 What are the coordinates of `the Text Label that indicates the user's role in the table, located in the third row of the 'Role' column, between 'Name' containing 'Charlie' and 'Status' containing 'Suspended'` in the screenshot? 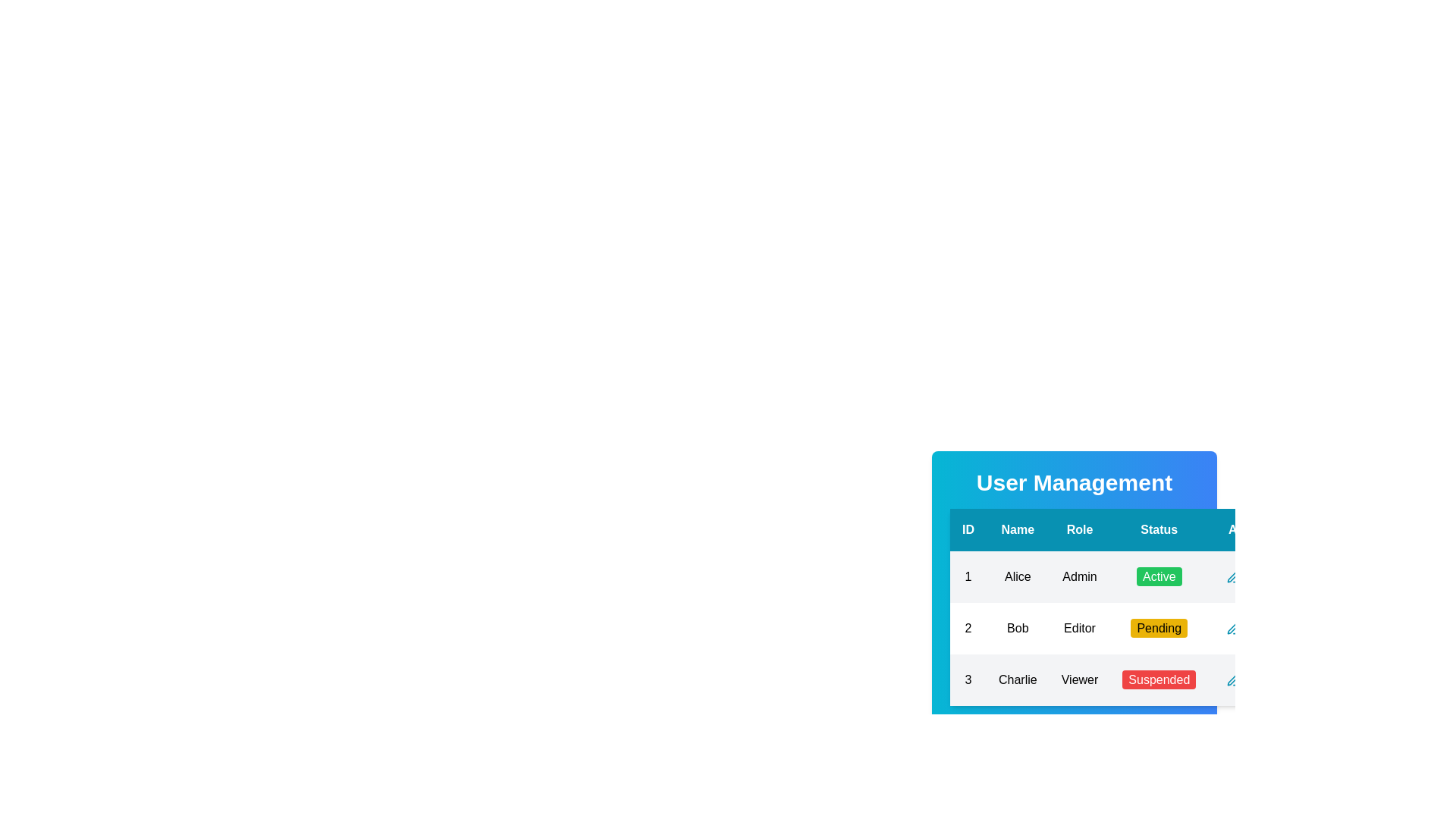 It's located at (1079, 679).